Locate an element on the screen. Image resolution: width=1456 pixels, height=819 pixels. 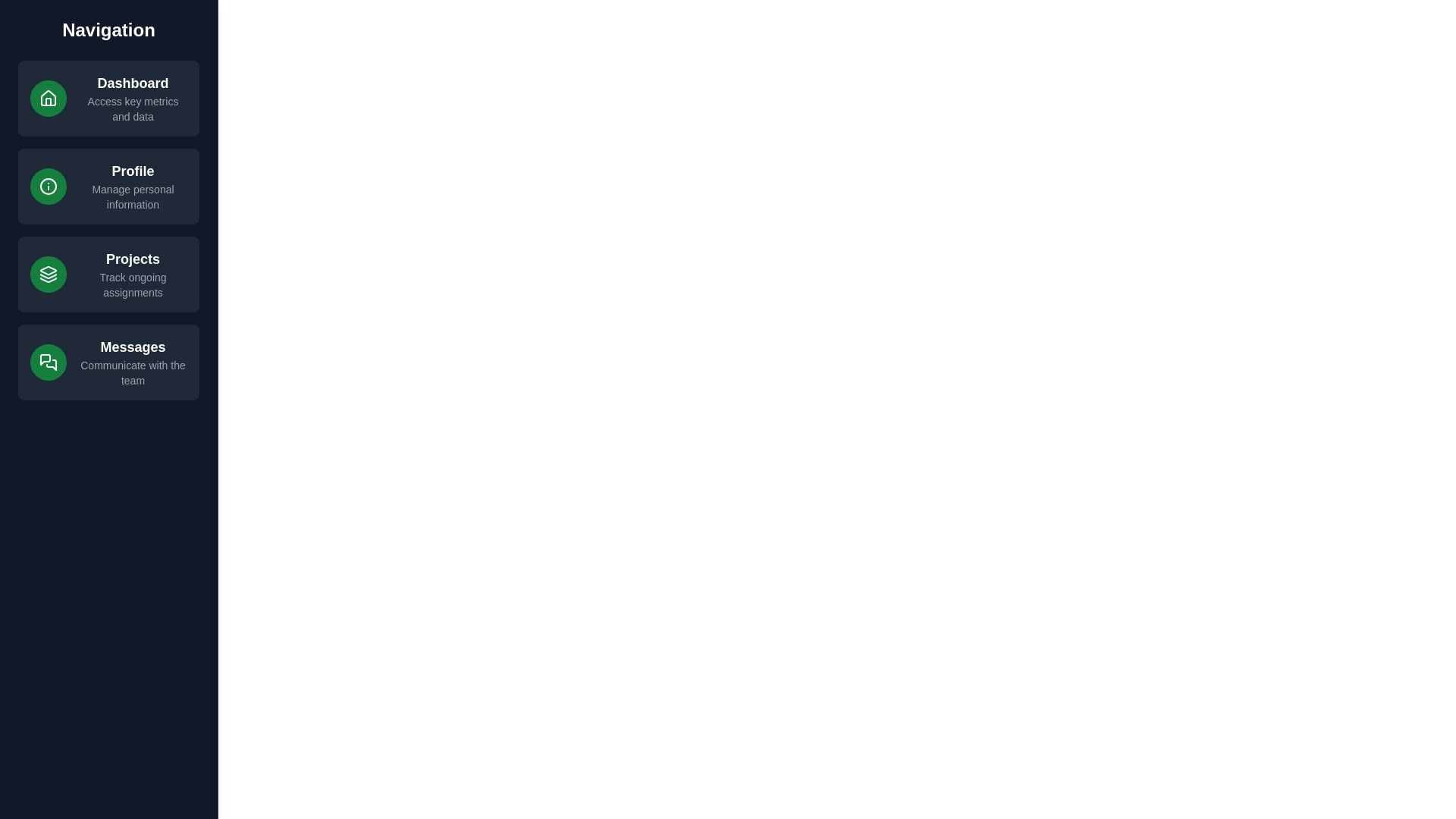
the icon associated with the Messages navigation item is located at coordinates (48, 362).